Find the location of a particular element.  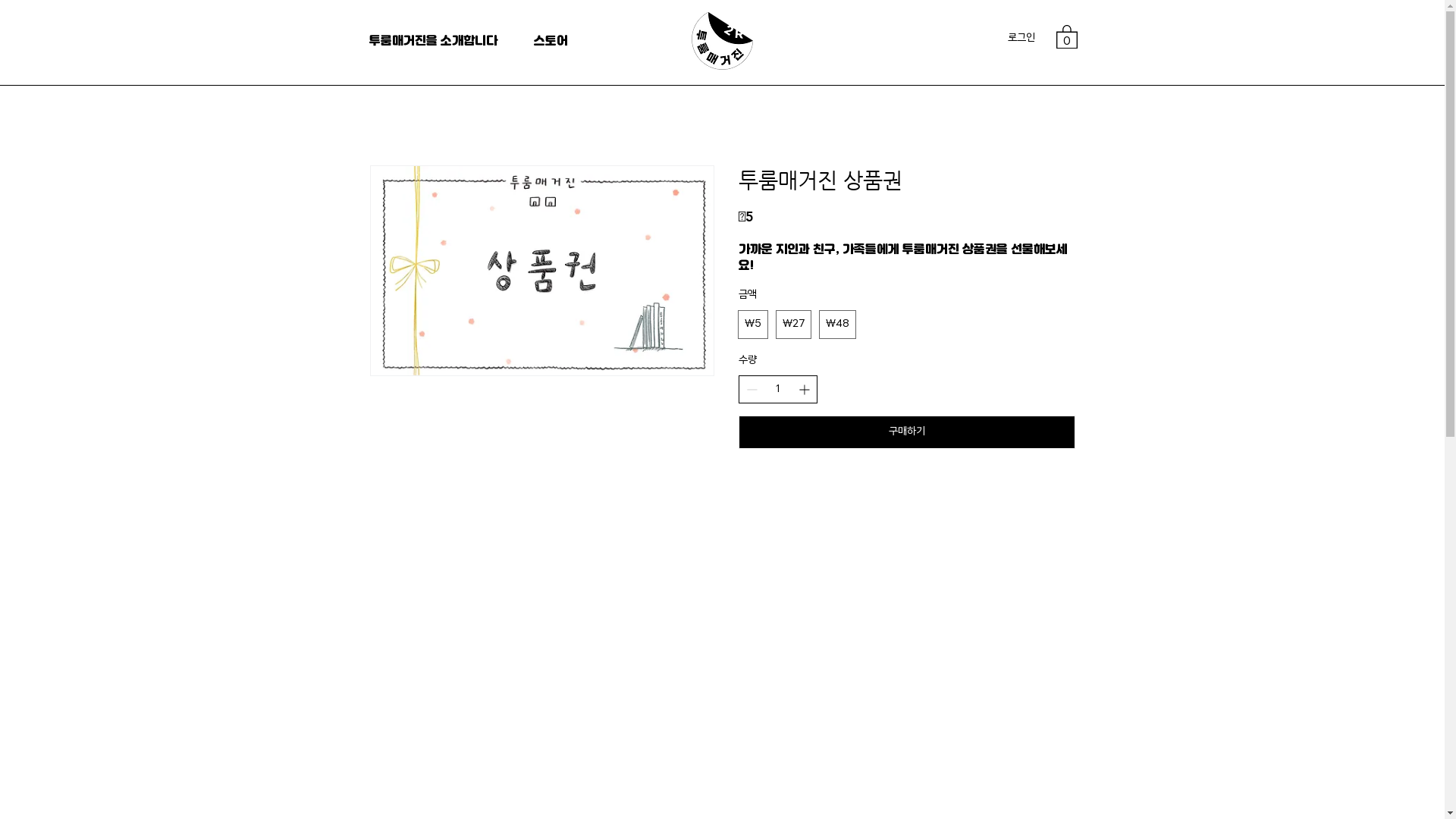

'0' is located at coordinates (1055, 35).